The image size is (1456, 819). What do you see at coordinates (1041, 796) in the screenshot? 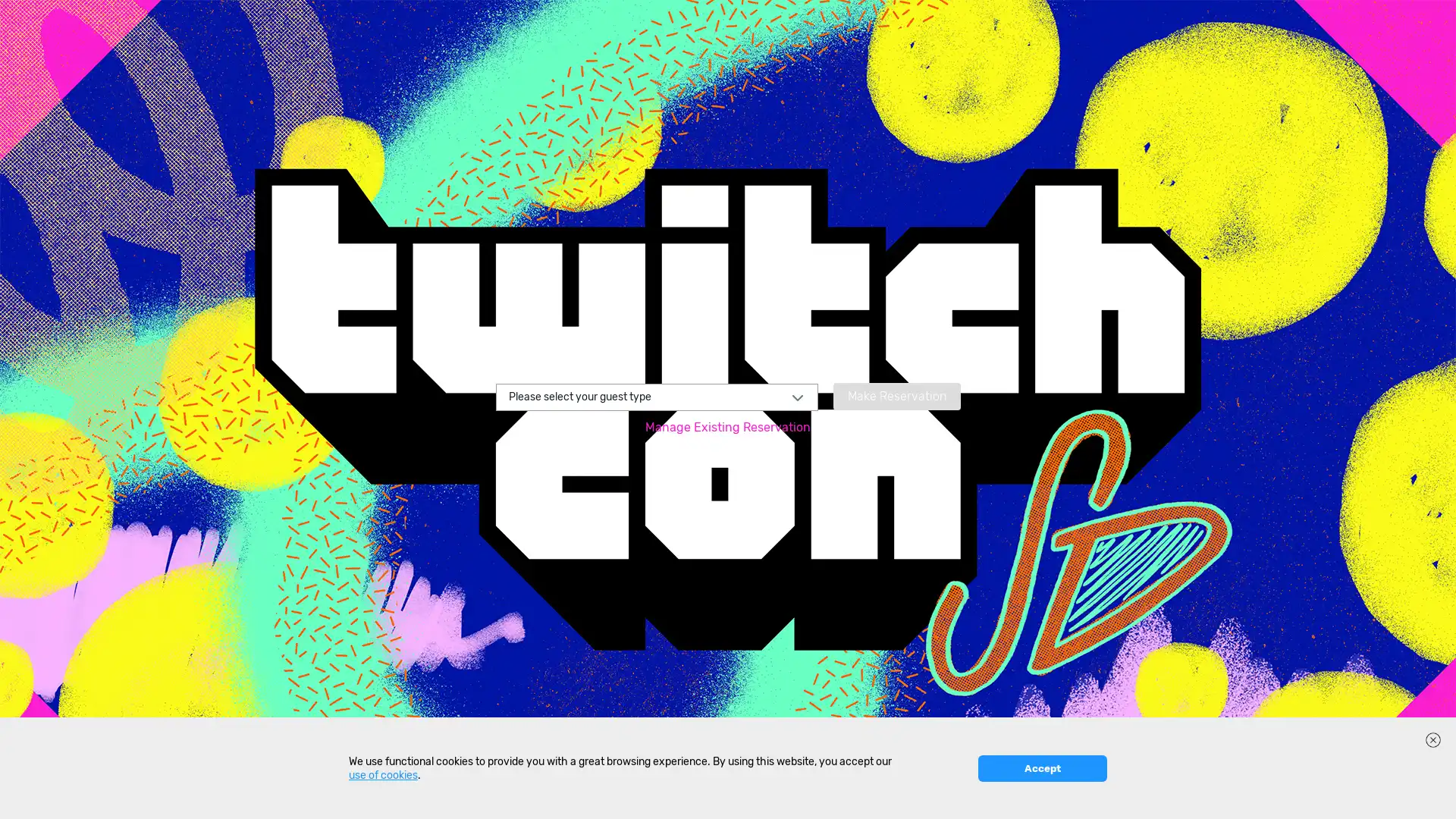
I see `Accept` at bounding box center [1041, 796].